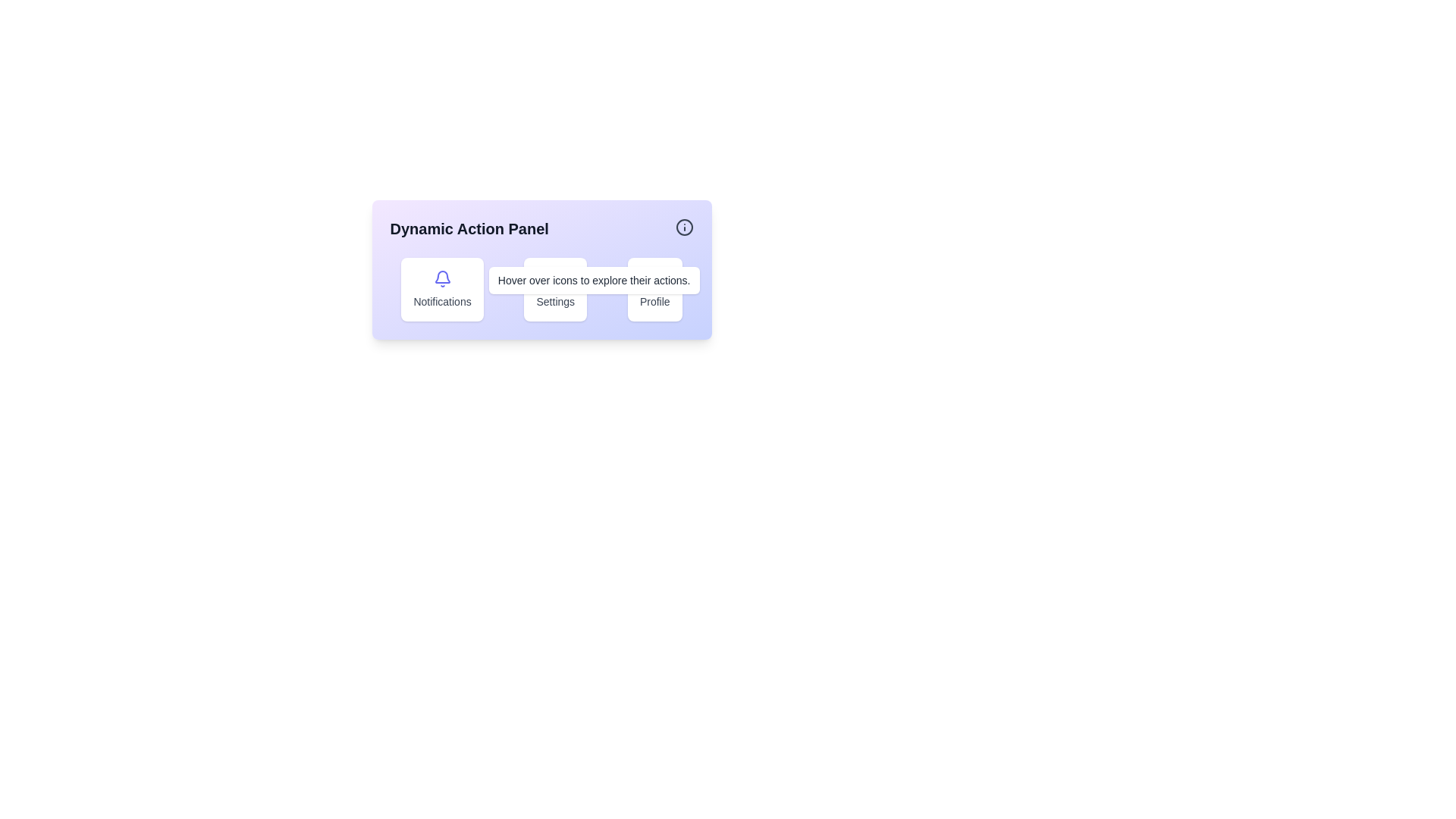 This screenshot has width=1456, height=819. What do you see at coordinates (441, 301) in the screenshot?
I see `descriptive label for the 'Notifications' section, located at the bottom of the white card, below the bell icon` at bounding box center [441, 301].